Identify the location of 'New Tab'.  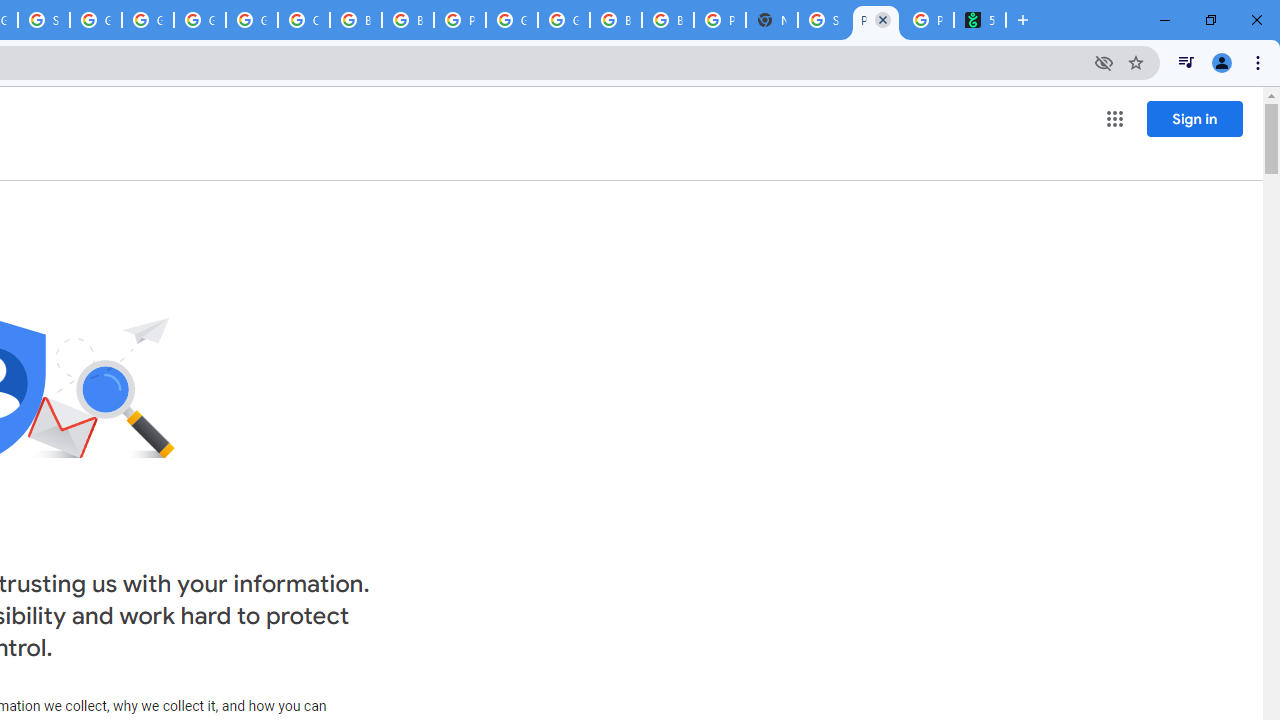
(770, 20).